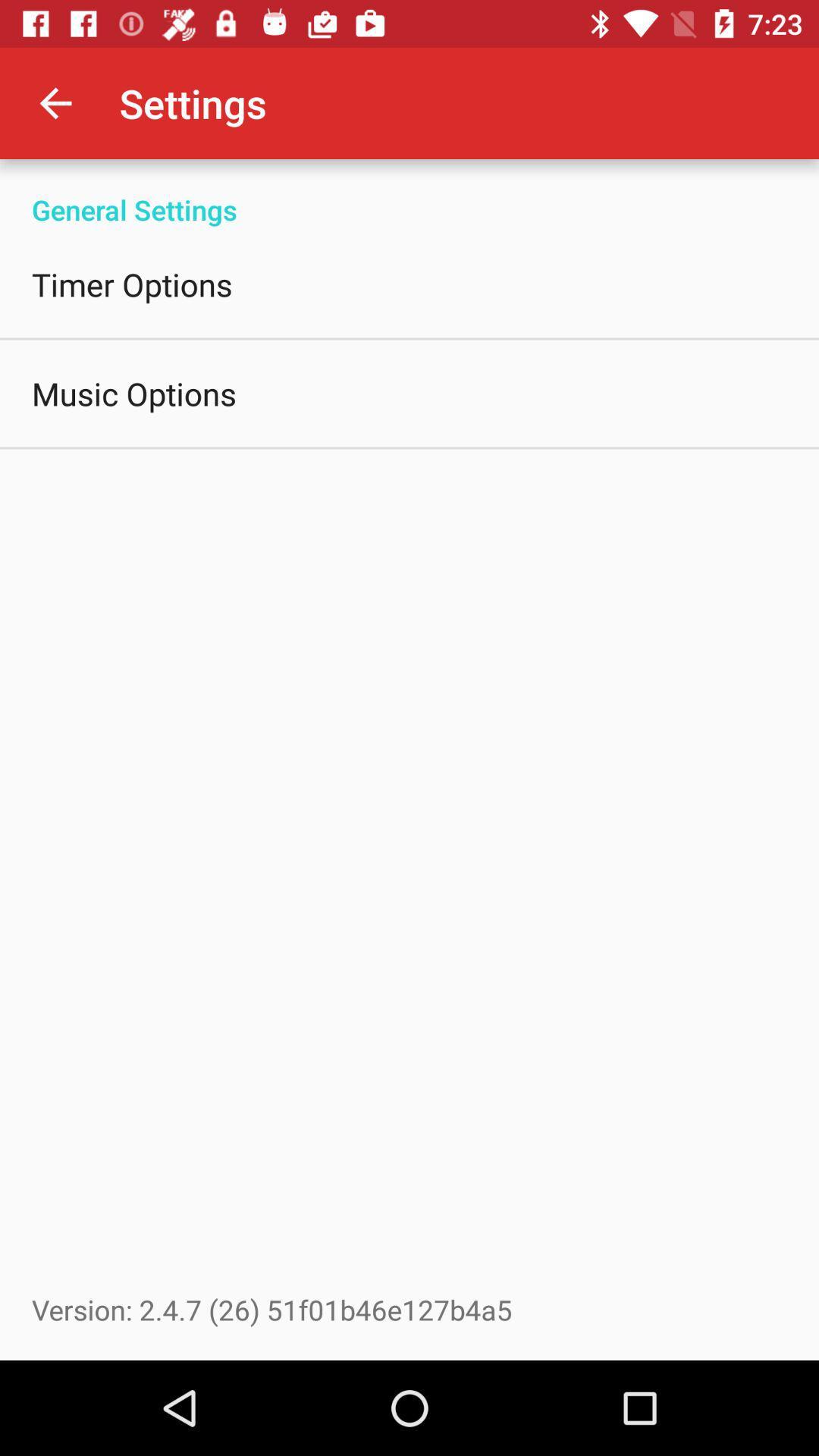 This screenshot has width=819, height=1456. Describe the element at coordinates (55, 102) in the screenshot. I see `item to the left of settings item` at that location.